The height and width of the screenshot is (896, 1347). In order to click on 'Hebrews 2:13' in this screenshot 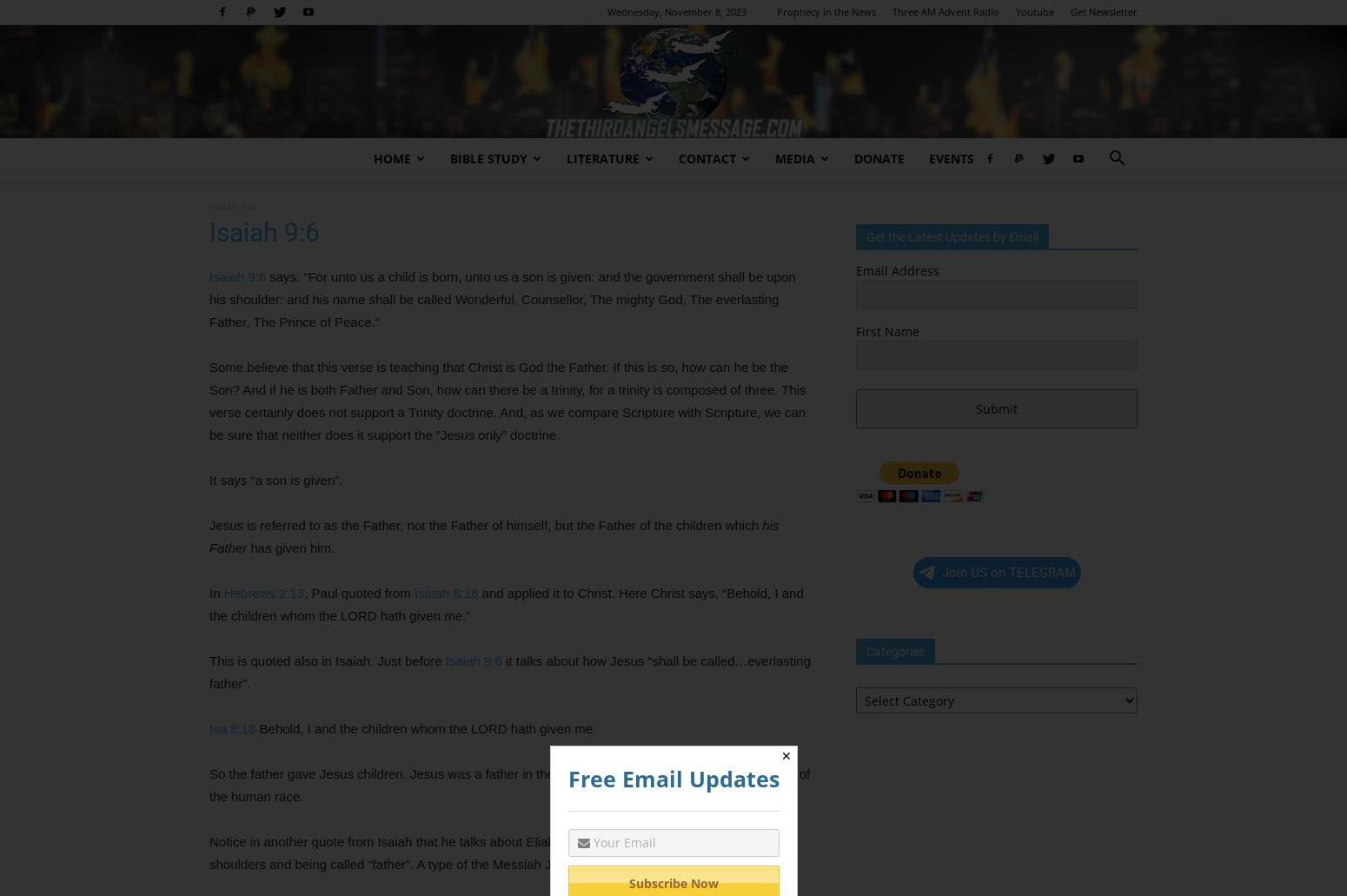, I will do `click(263, 593)`.